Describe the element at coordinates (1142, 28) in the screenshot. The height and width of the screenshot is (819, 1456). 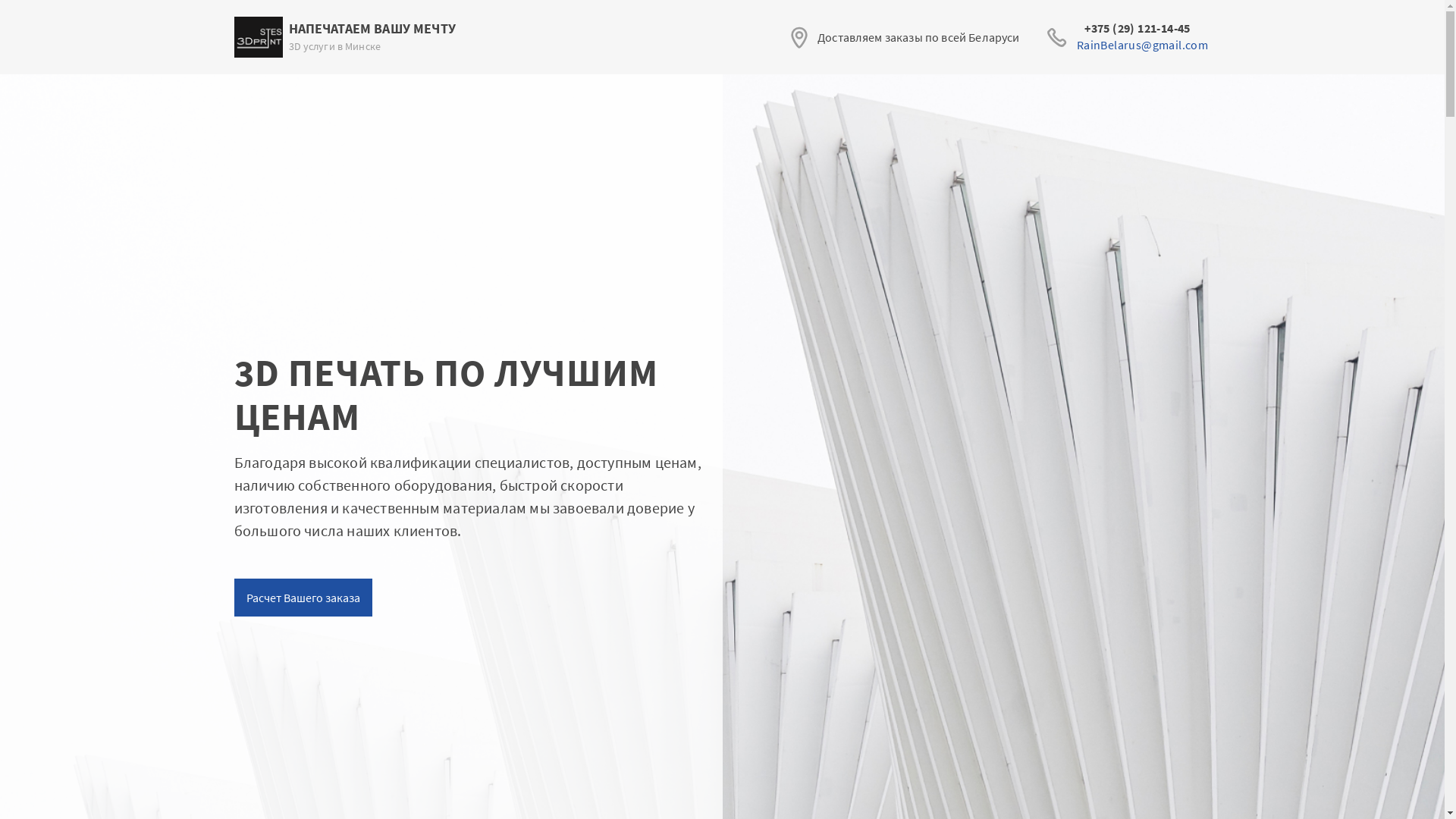
I see `'    +375 (29) 121-14-45'` at that location.